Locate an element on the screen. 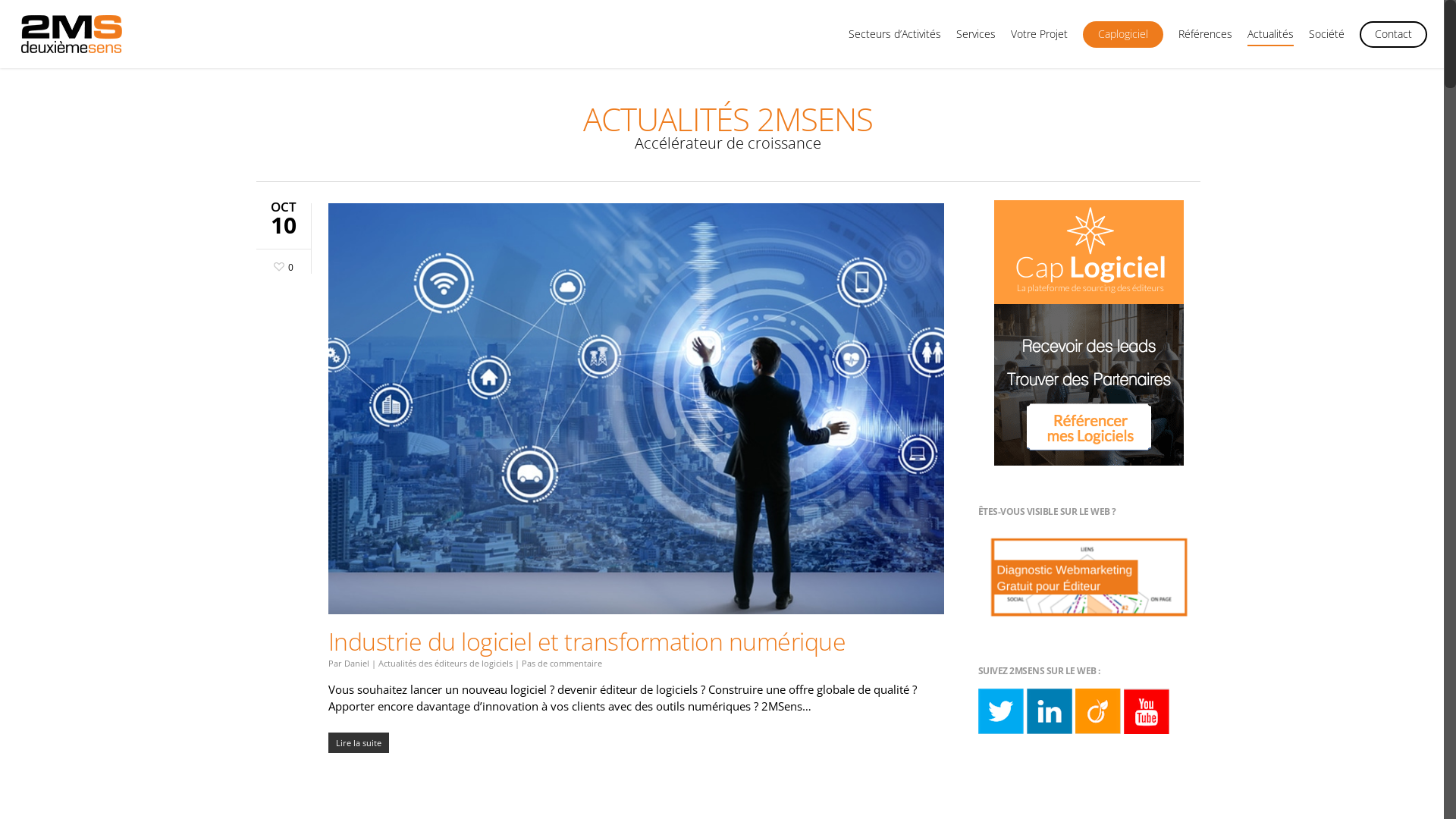 The height and width of the screenshot is (819, 1456). 'Daniel' is located at coordinates (356, 662).